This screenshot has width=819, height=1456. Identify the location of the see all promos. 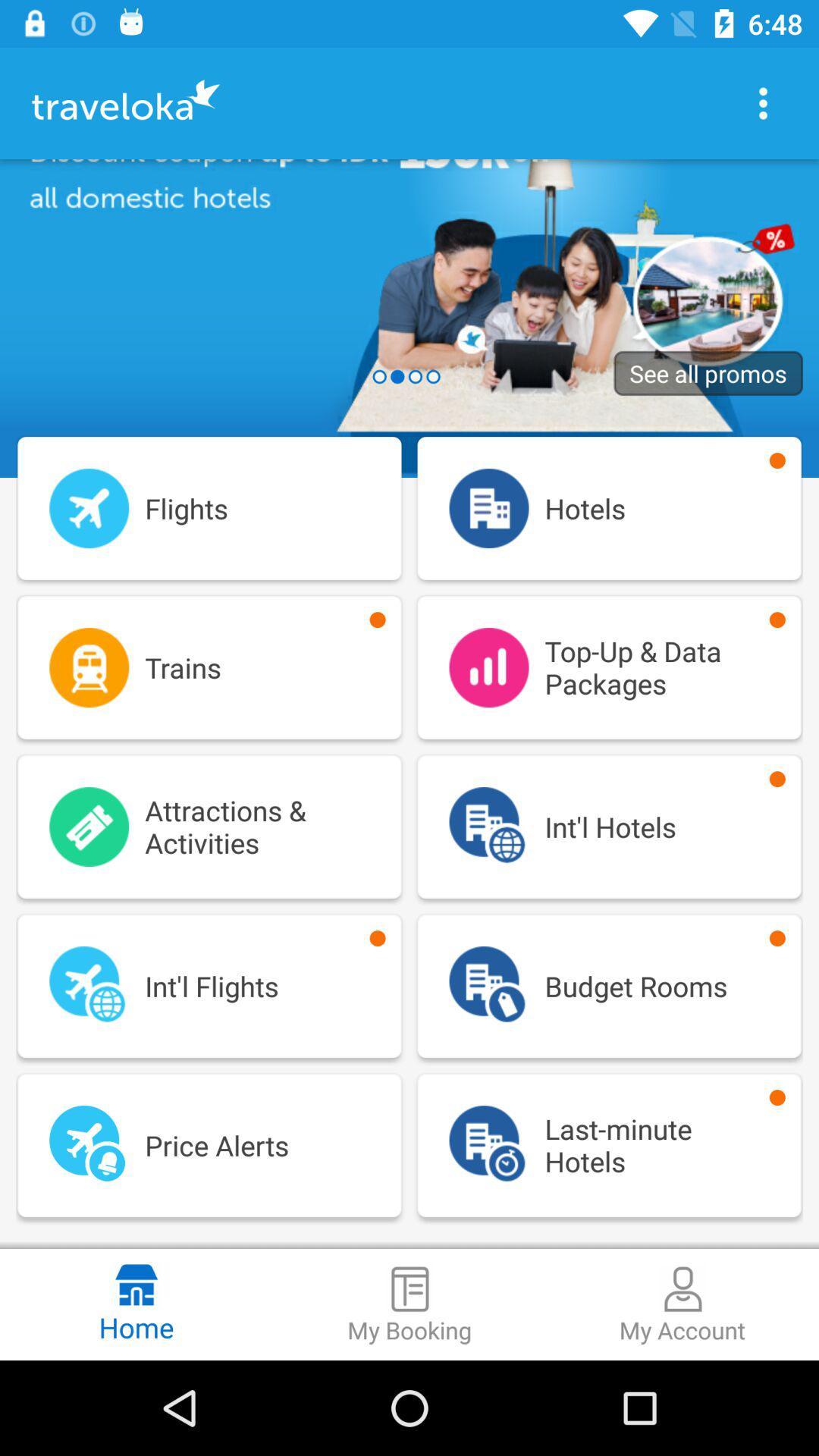
(708, 373).